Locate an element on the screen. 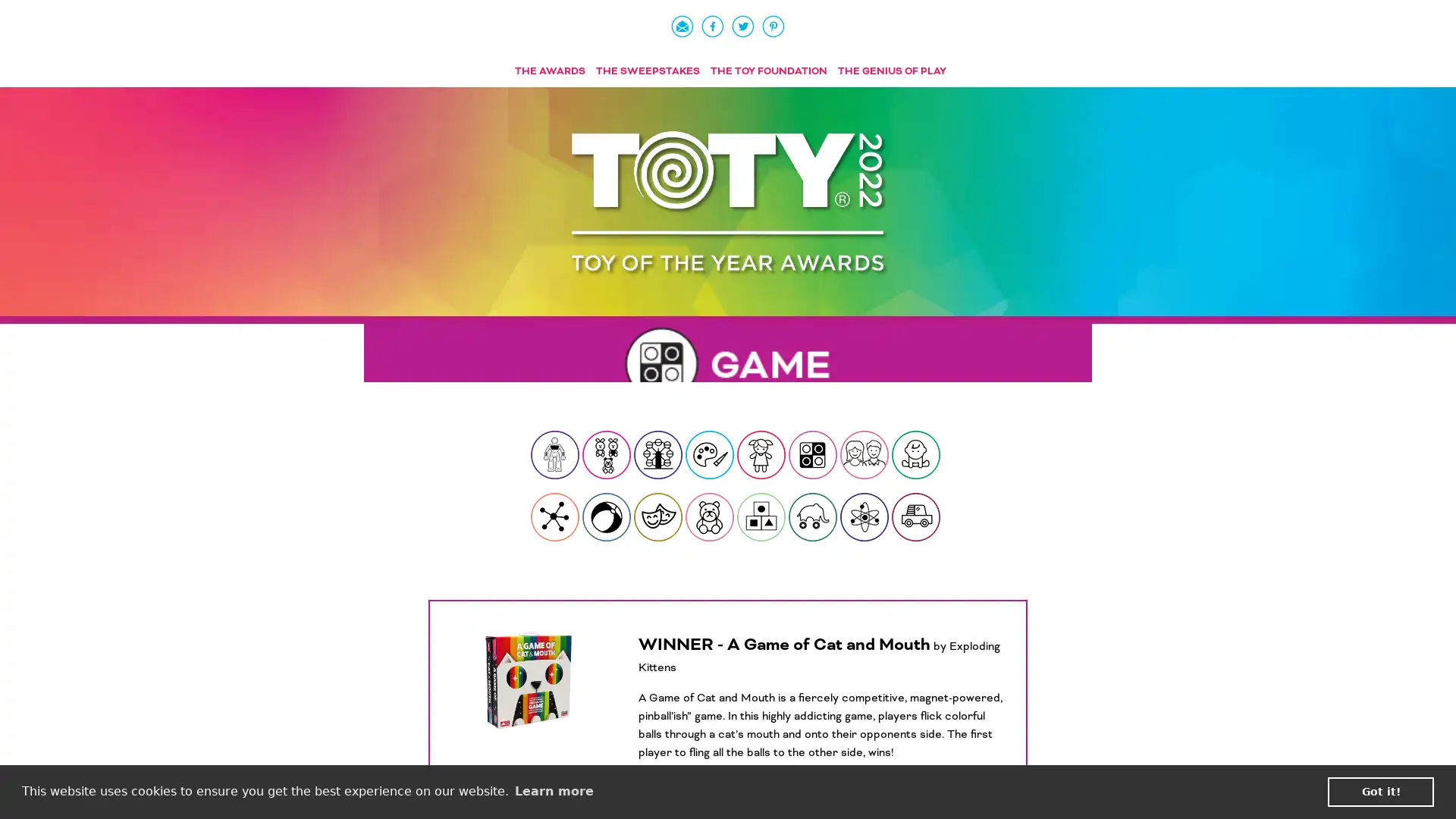 This screenshot has height=819, width=1456. Submit is located at coordinates (864, 454).